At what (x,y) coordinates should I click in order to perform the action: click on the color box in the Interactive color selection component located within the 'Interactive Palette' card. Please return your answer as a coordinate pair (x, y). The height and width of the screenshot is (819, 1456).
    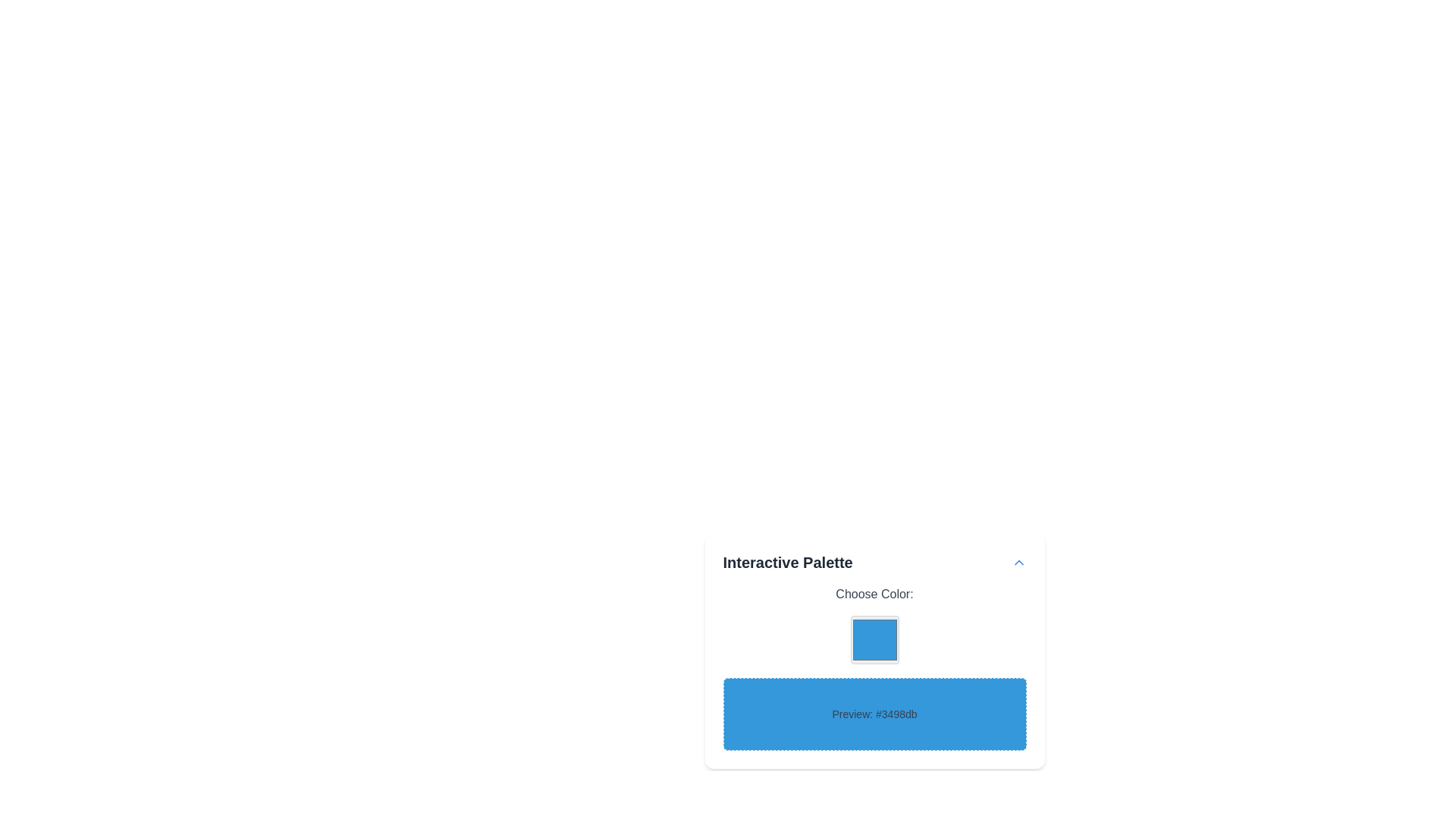
    Looking at the image, I should click on (874, 667).